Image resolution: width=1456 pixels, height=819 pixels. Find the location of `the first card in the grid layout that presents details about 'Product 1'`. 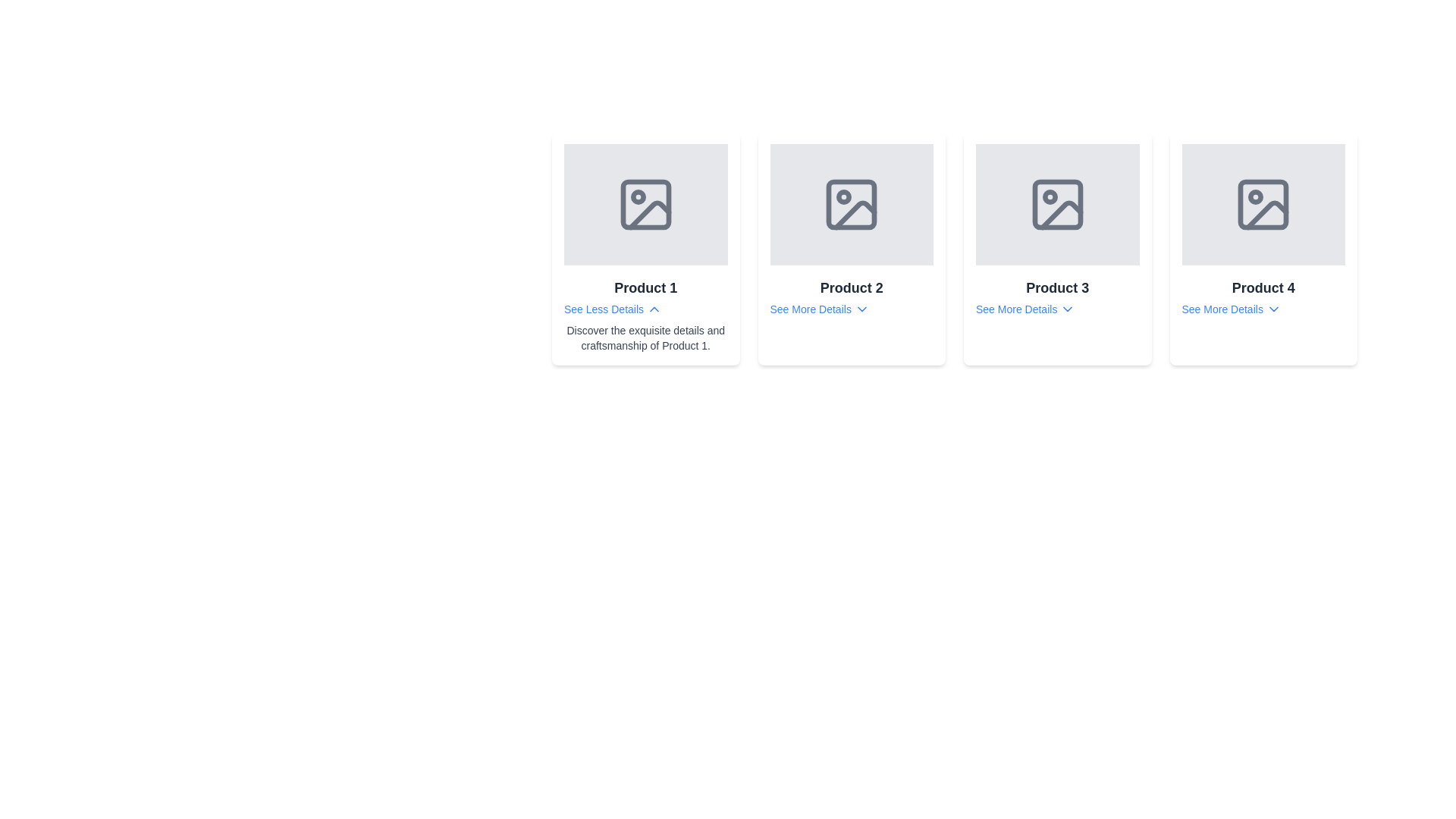

the first card in the grid layout that presents details about 'Product 1' is located at coordinates (645, 247).